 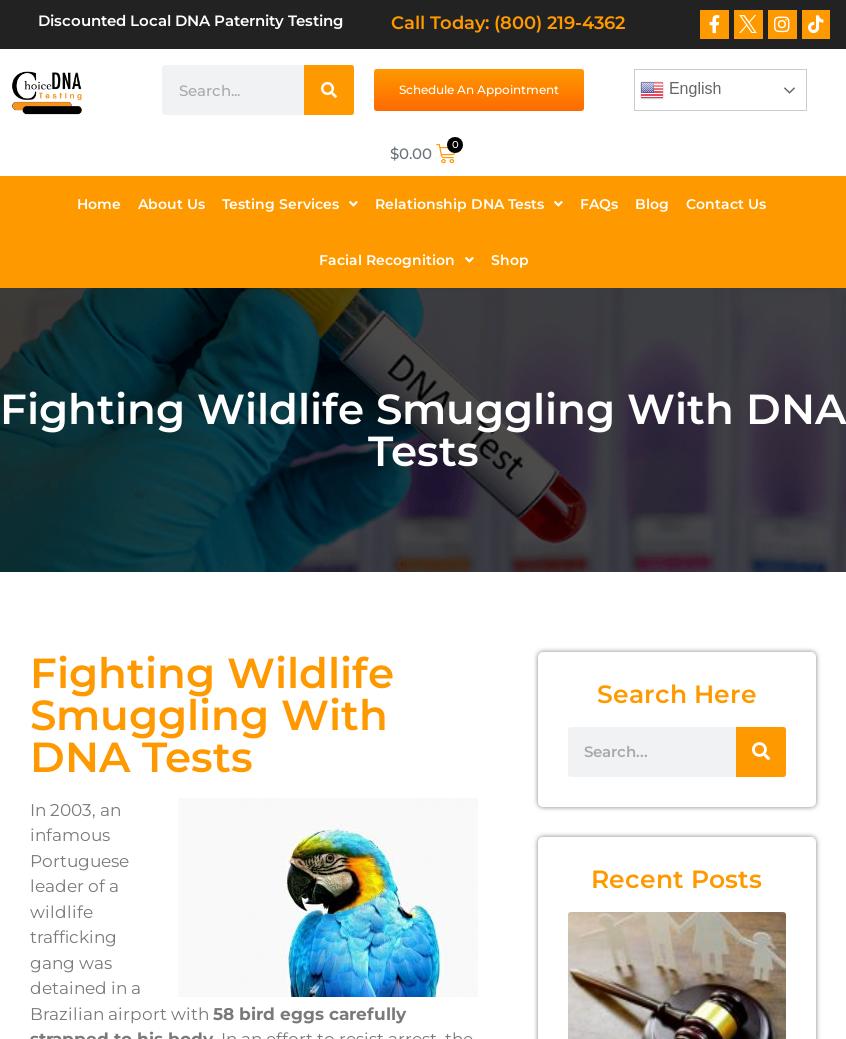 What do you see at coordinates (388, 152) in the screenshot?
I see `'$'` at bounding box center [388, 152].